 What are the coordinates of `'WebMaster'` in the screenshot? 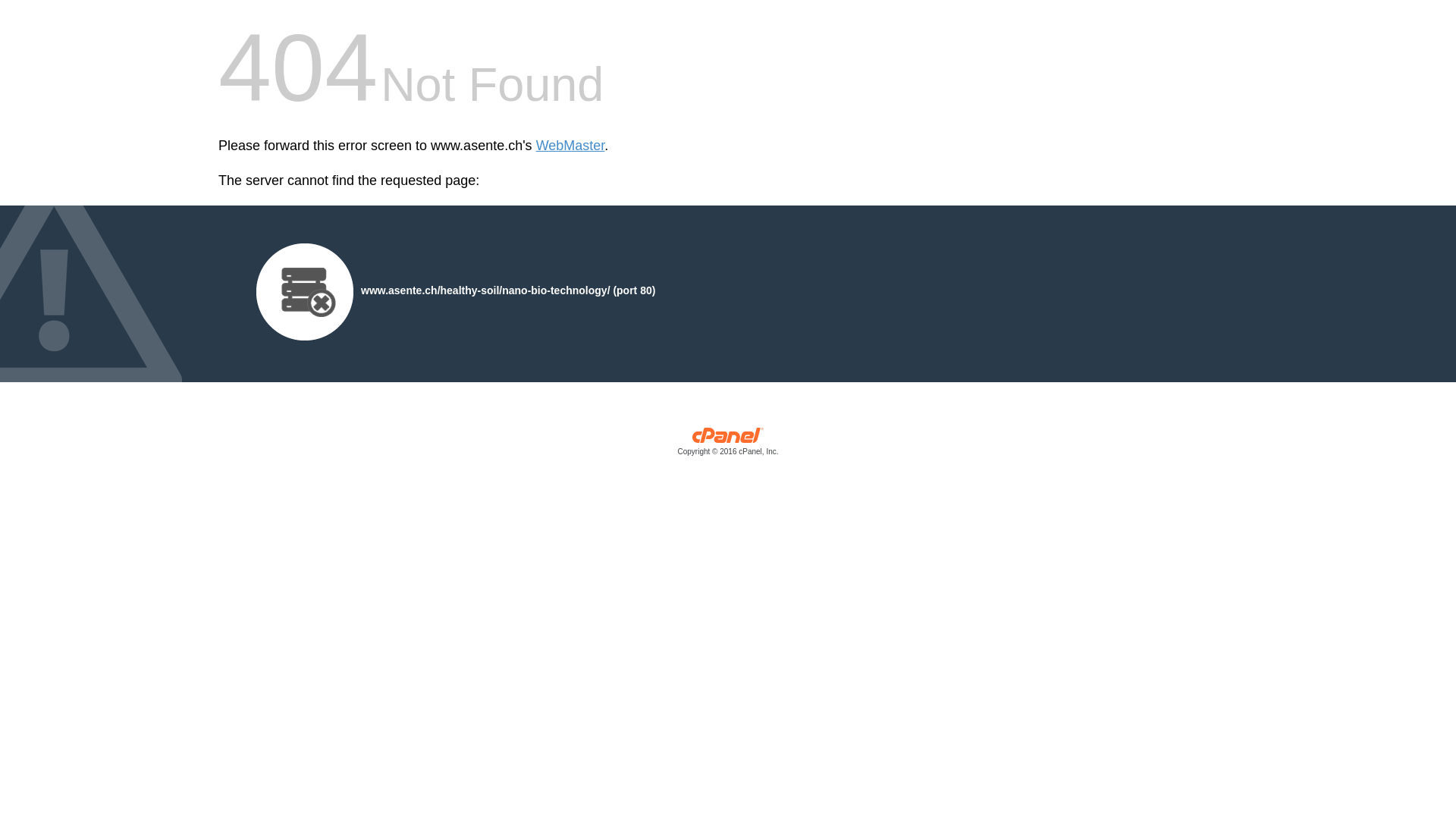 It's located at (535, 146).